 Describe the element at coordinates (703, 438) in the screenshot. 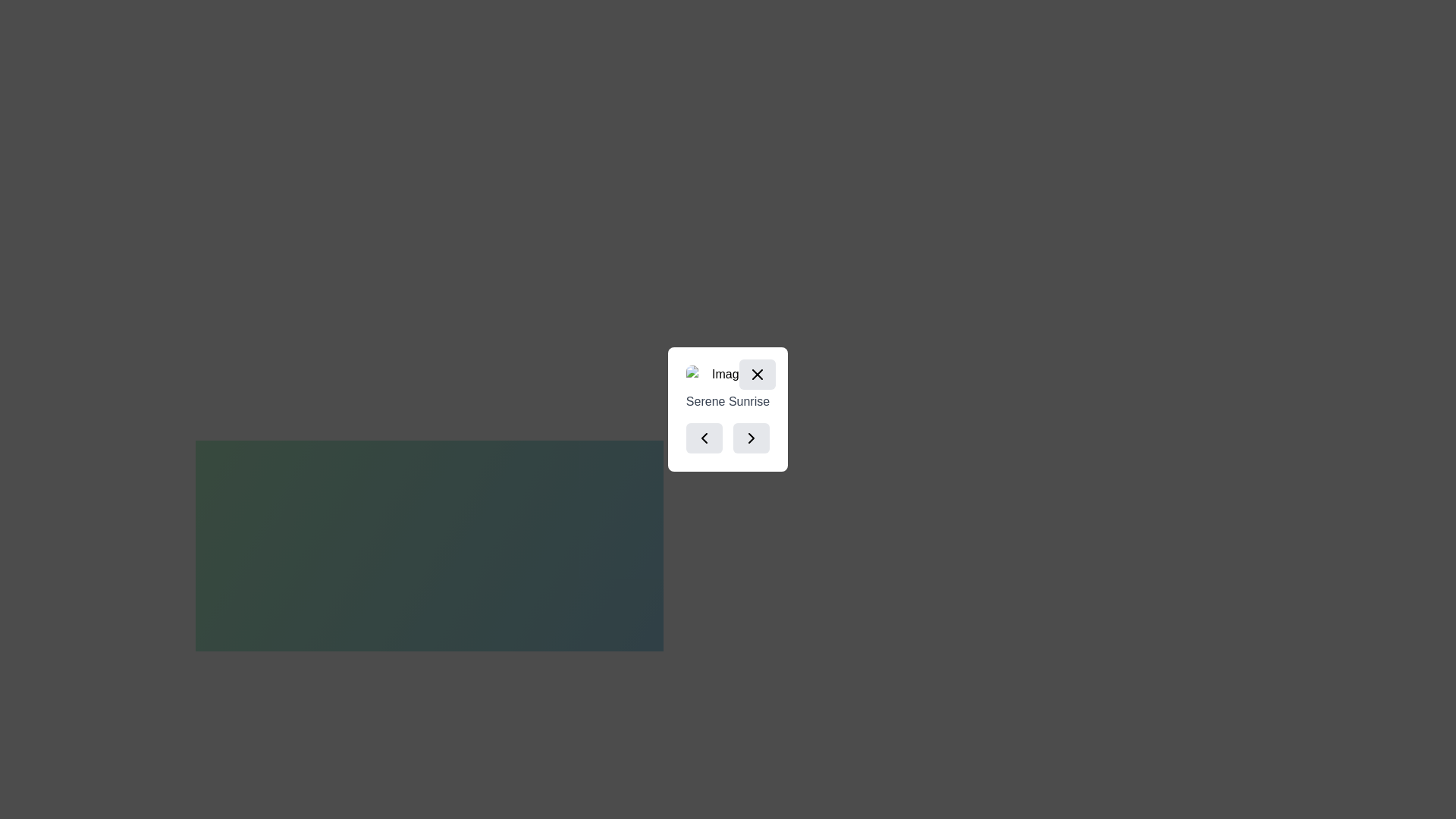

I see `the leftward-pointing chevron icon` at that location.